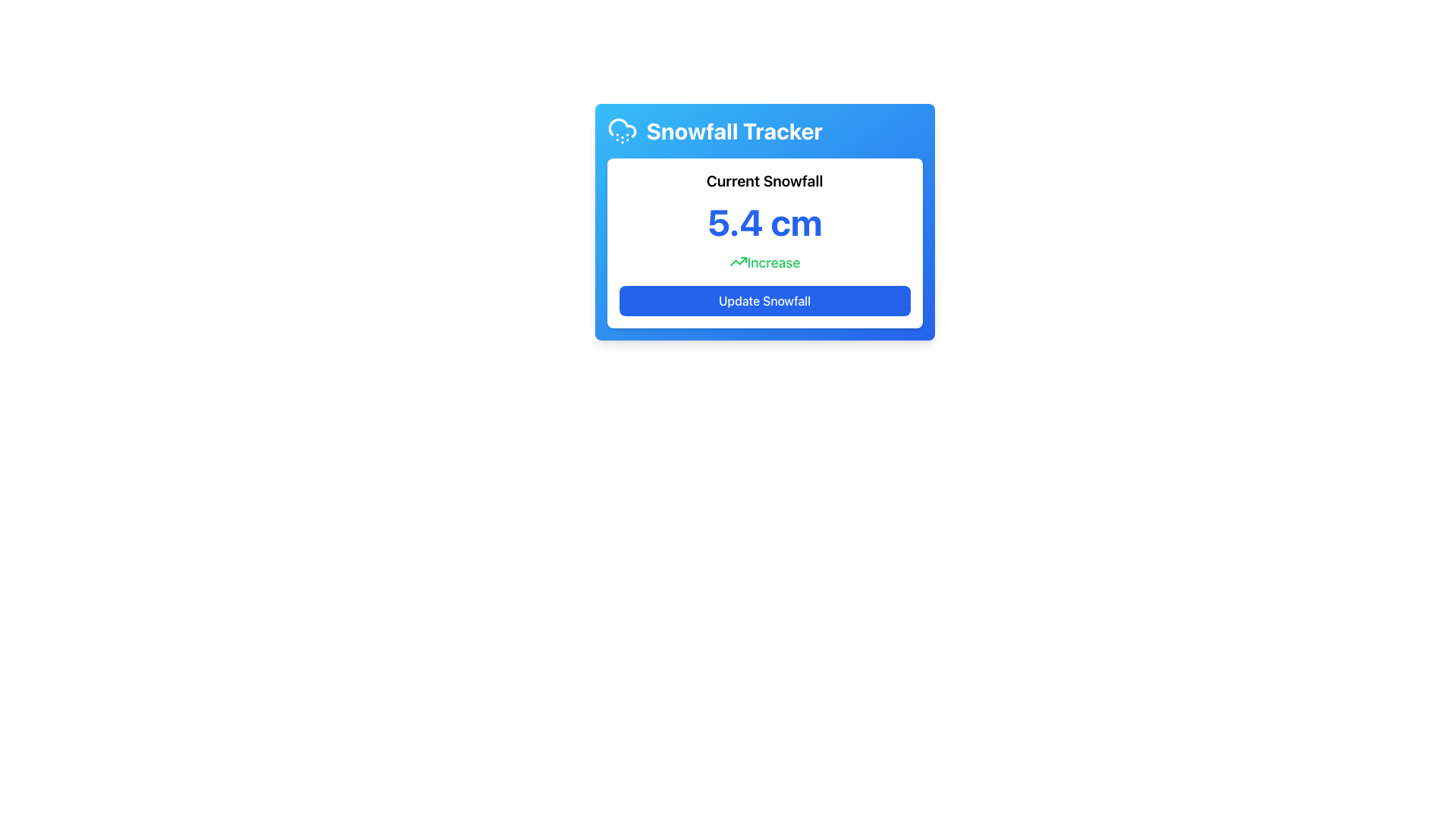 Image resolution: width=1456 pixels, height=819 pixels. I want to click on the decorative icon located to the left of the 'Snowfall Tracker' header title, which indicates the widget's relation to snowfall or weather tracking, so click(622, 130).